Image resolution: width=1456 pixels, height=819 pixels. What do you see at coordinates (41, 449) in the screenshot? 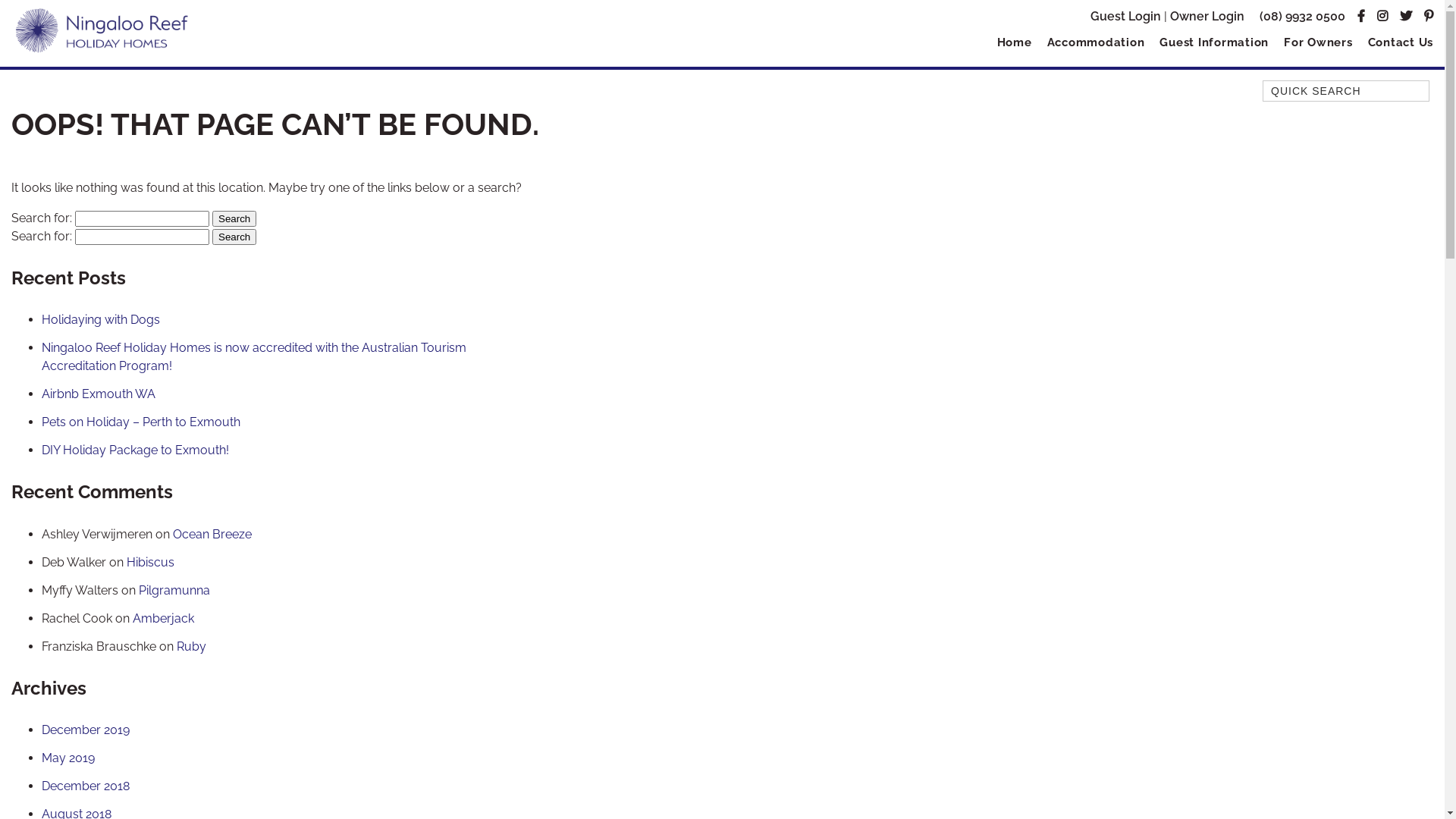
I see `'DIY Holiday Package to Exmouth!'` at bounding box center [41, 449].